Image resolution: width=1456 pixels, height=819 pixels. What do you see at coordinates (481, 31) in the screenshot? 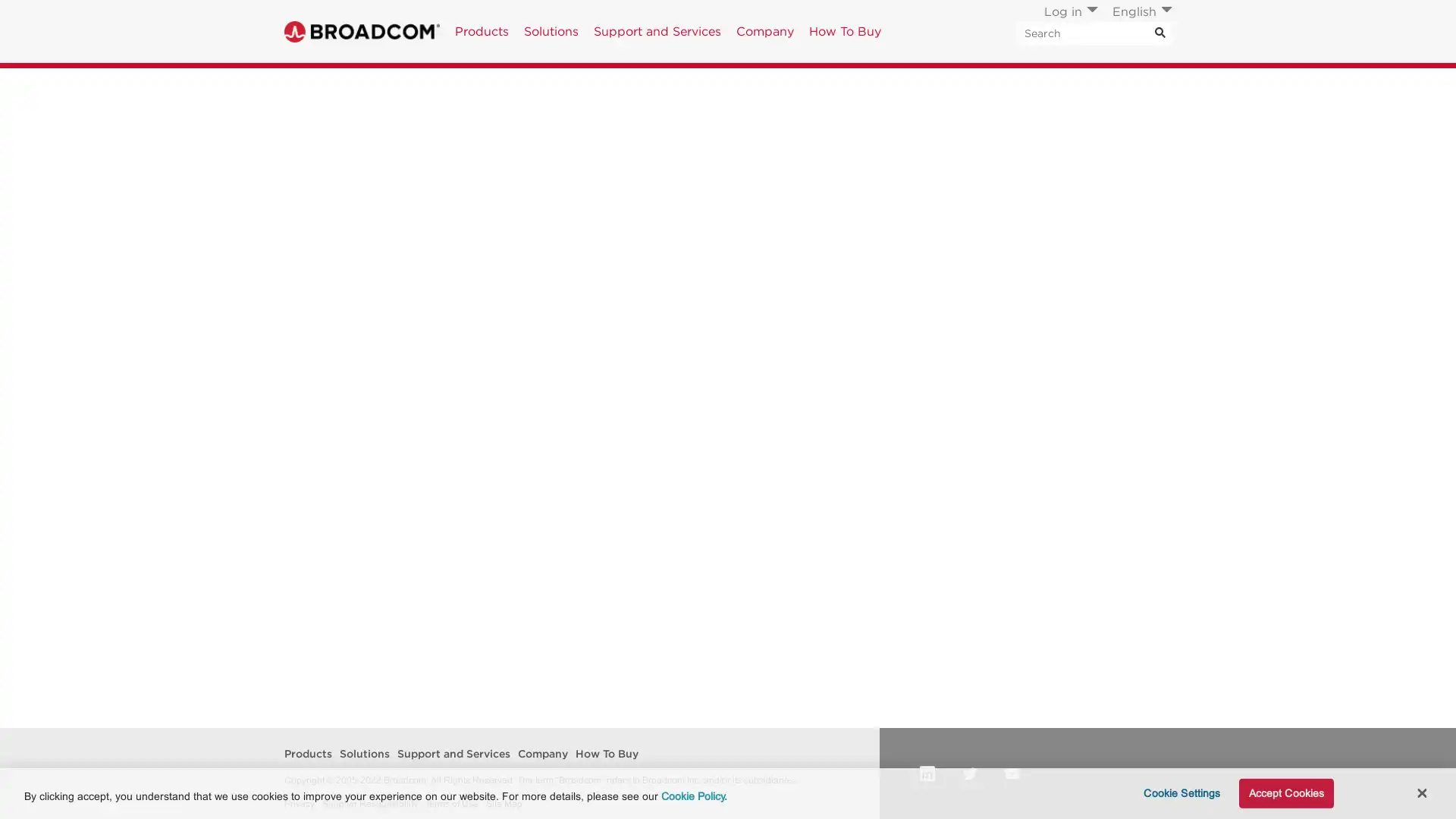
I see `Products` at bounding box center [481, 31].